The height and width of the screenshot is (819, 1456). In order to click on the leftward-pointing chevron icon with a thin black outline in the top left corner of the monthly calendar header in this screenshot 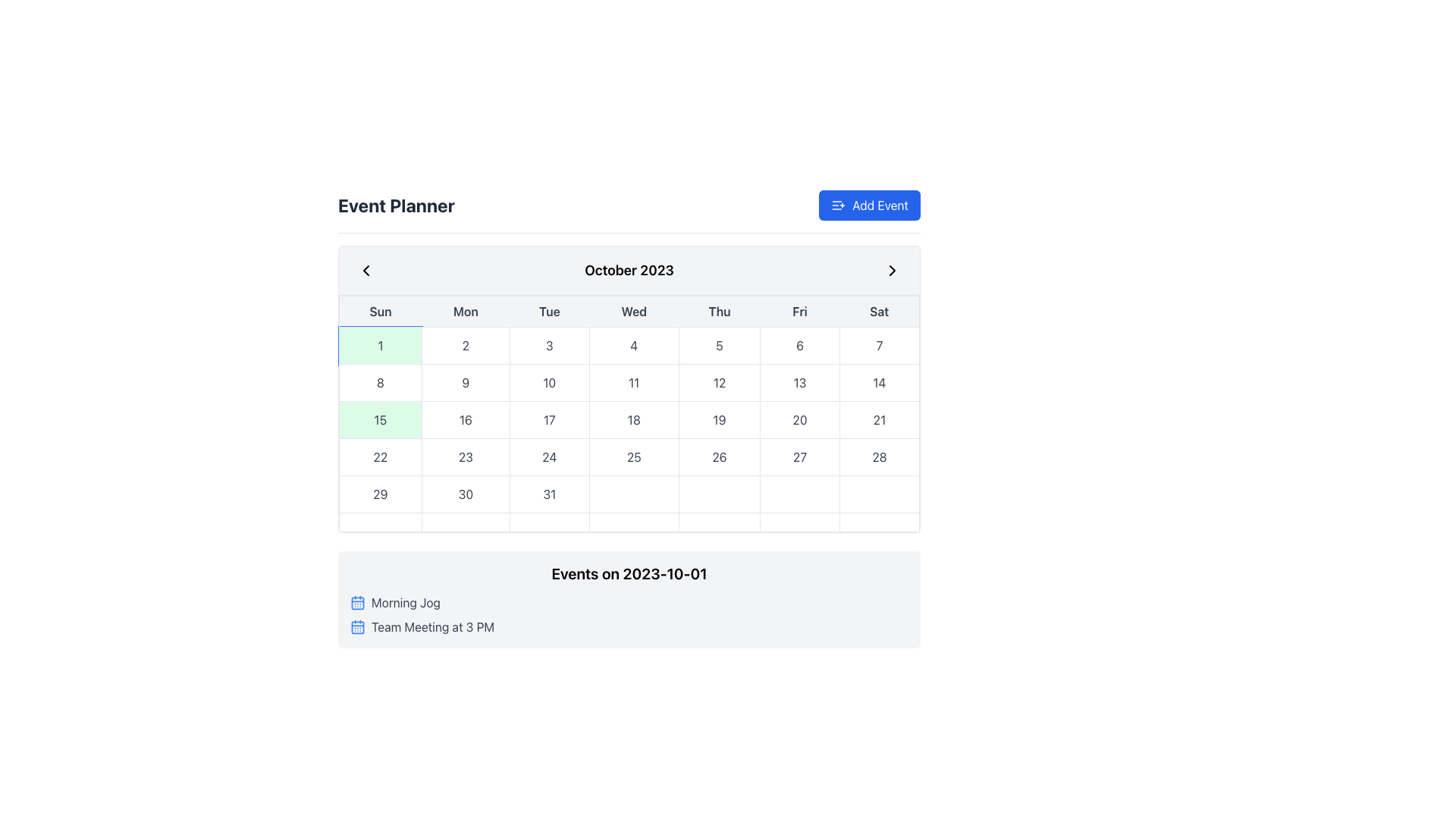, I will do `click(366, 270)`.